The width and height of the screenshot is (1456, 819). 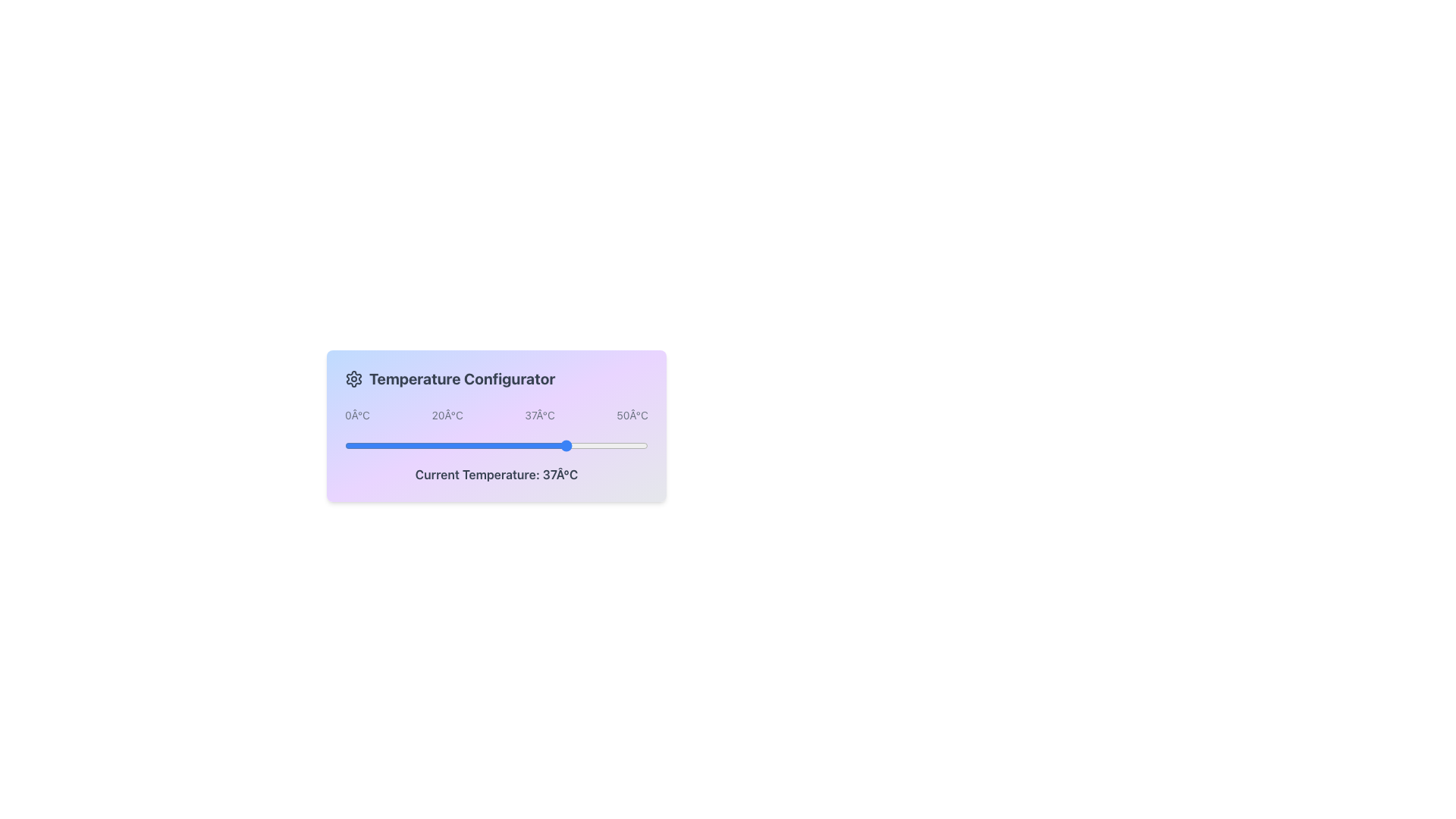 What do you see at coordinates (550, 444) in the screenshot?
I see `the temperature` at bounding box center [550, 444].